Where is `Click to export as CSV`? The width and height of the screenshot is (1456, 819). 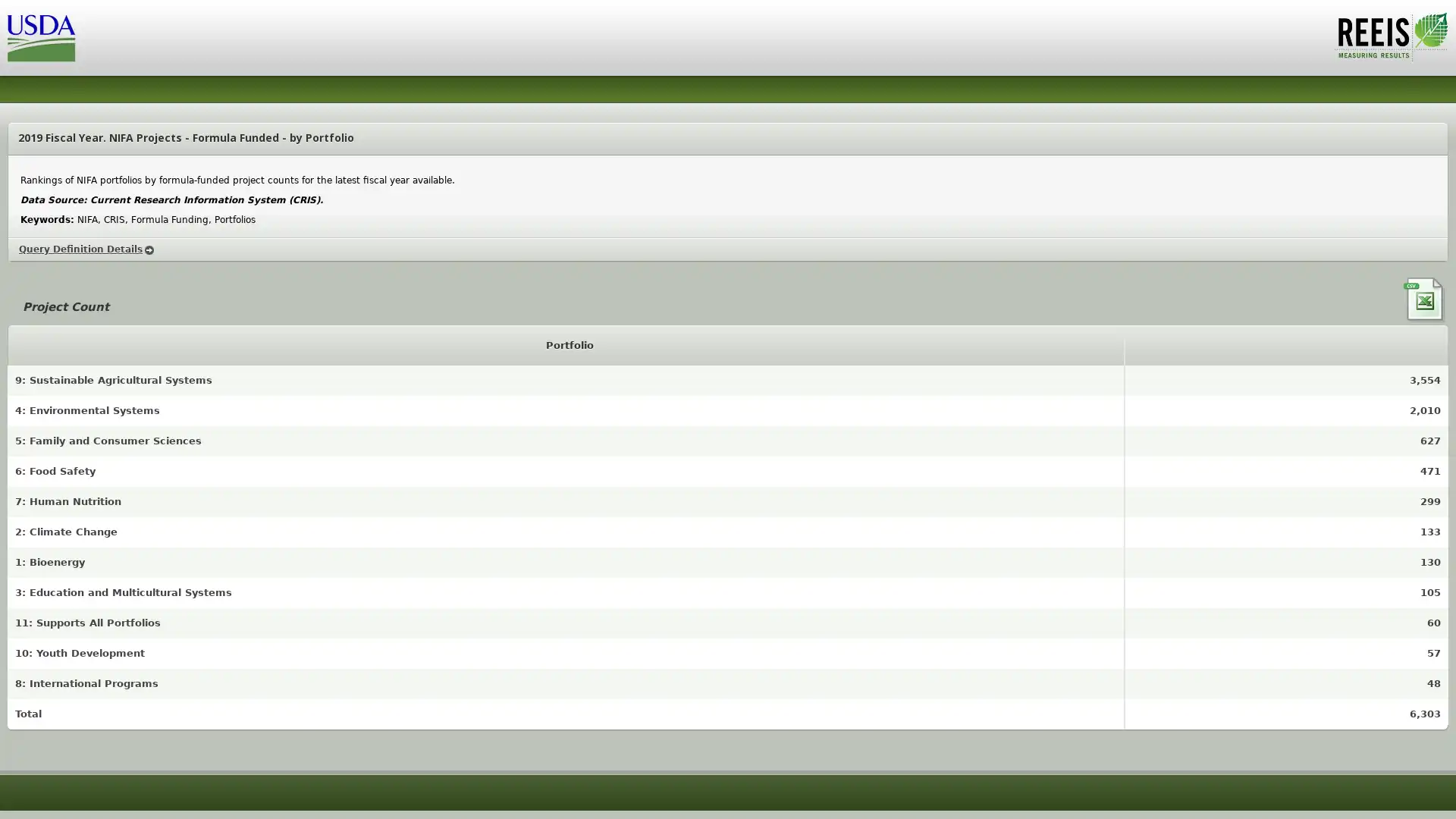 Click to export as CSV is located at coordinates (1425, 300).